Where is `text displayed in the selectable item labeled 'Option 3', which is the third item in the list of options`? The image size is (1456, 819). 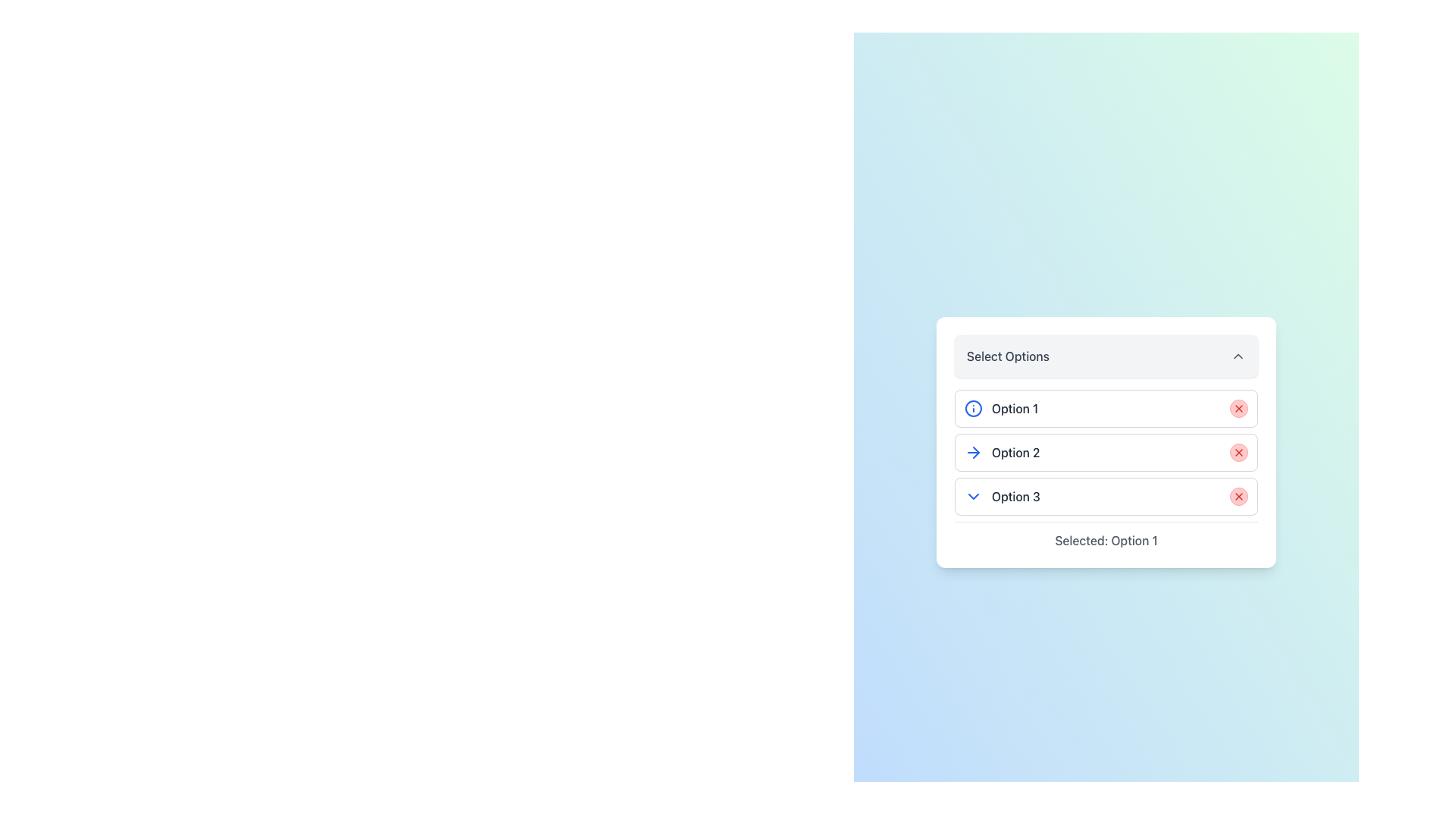
text displayed in the selectable item labeled 'Option 3', which is the third item in the list of options is located at coordinates (1015, 496).